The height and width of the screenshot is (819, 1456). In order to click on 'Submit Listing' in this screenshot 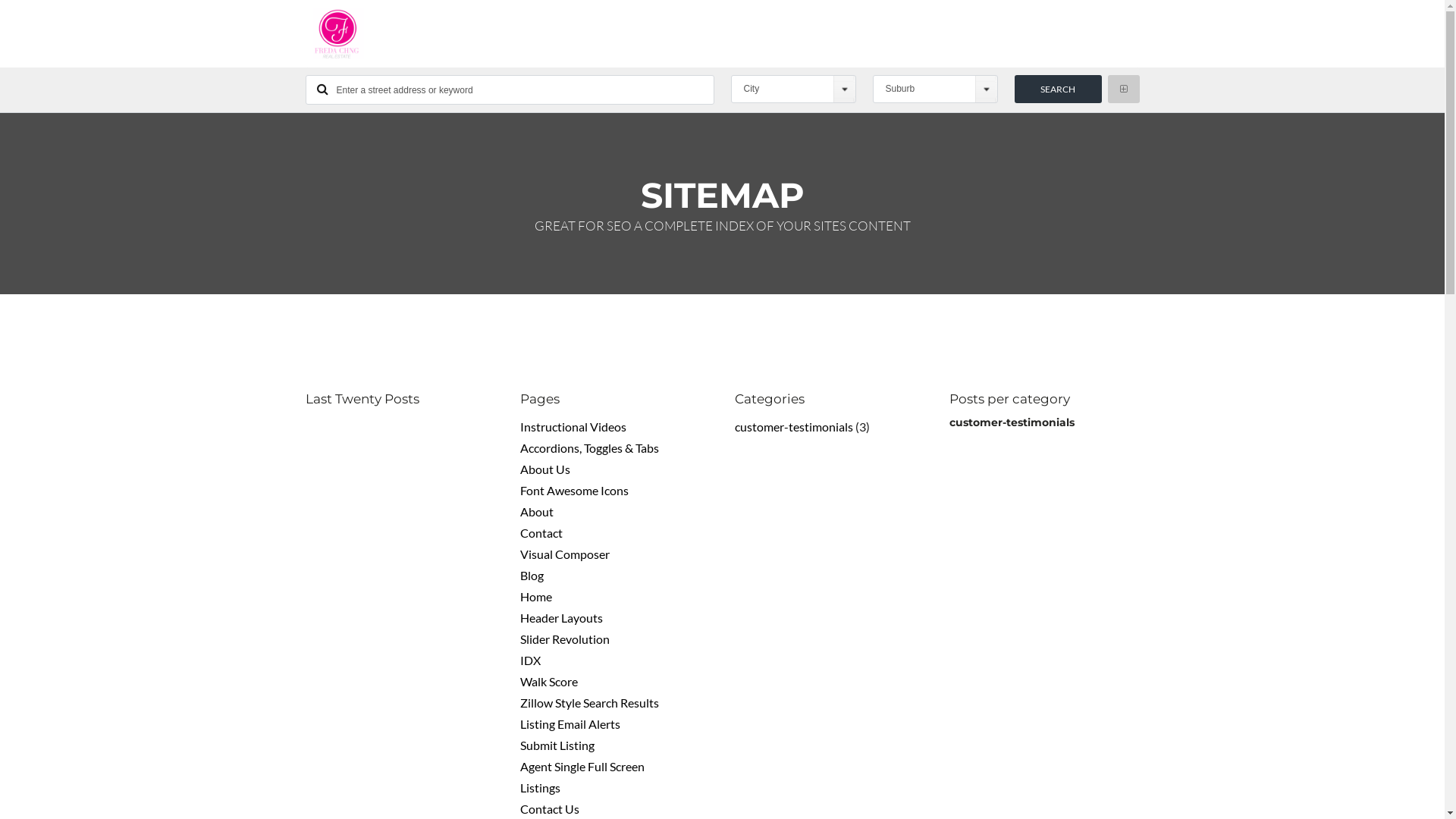, I will do `click(556, 744)`.